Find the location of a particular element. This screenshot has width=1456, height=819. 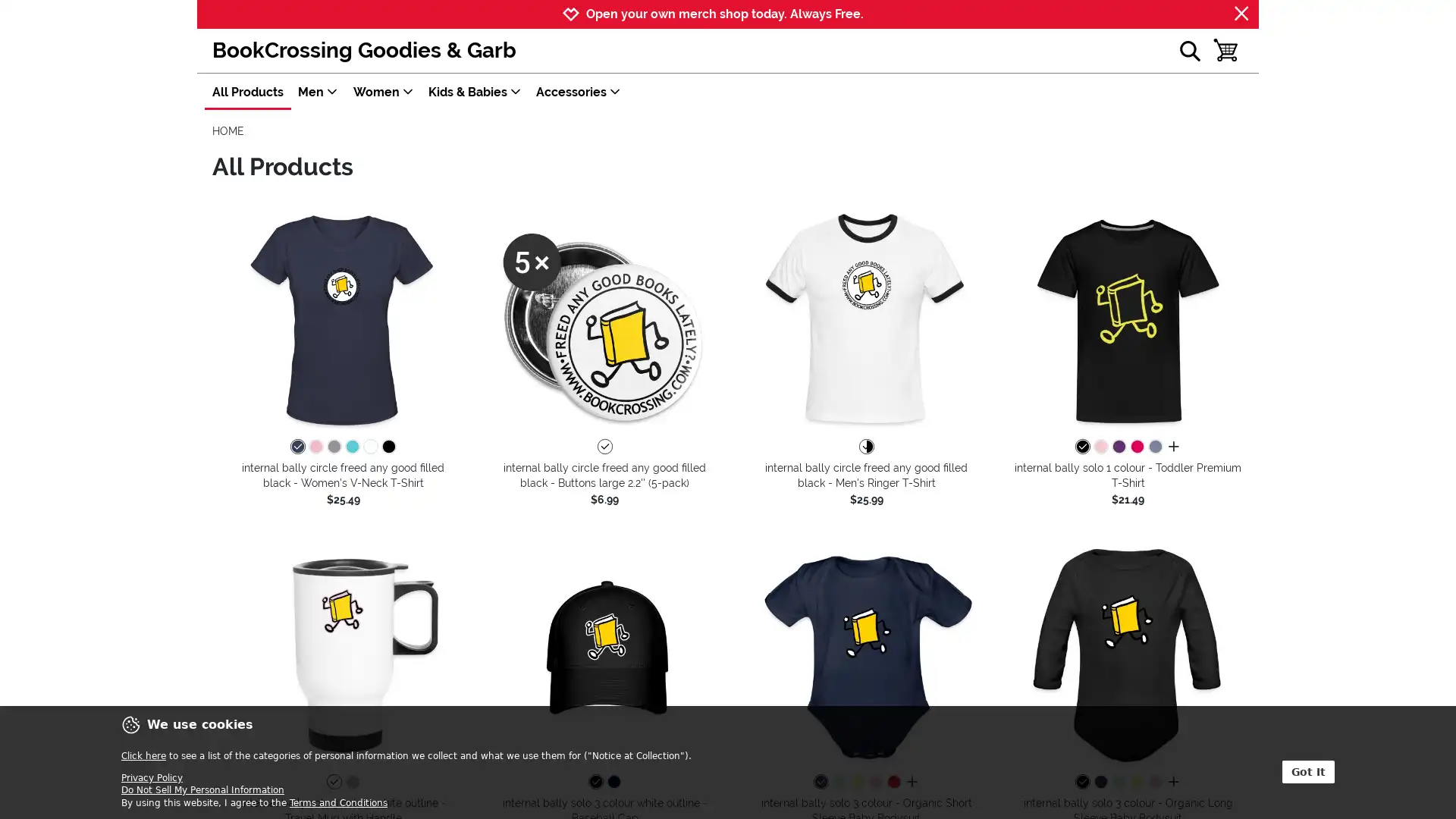

black is located at coordinates (595, 783).